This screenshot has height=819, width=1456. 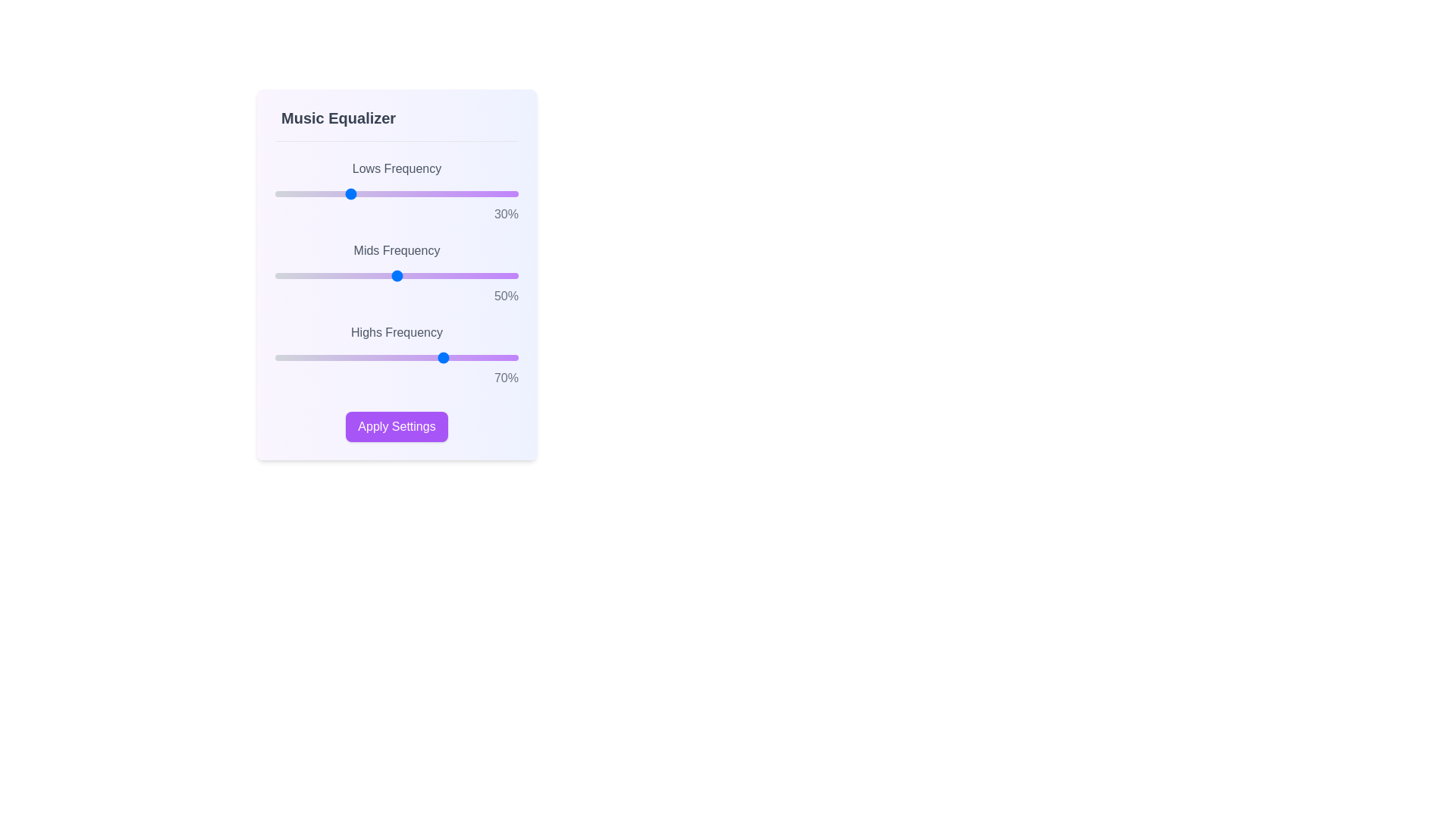 I want to click on the 'Lows Frequency' slider to 45%, so click(x=384, y=193).